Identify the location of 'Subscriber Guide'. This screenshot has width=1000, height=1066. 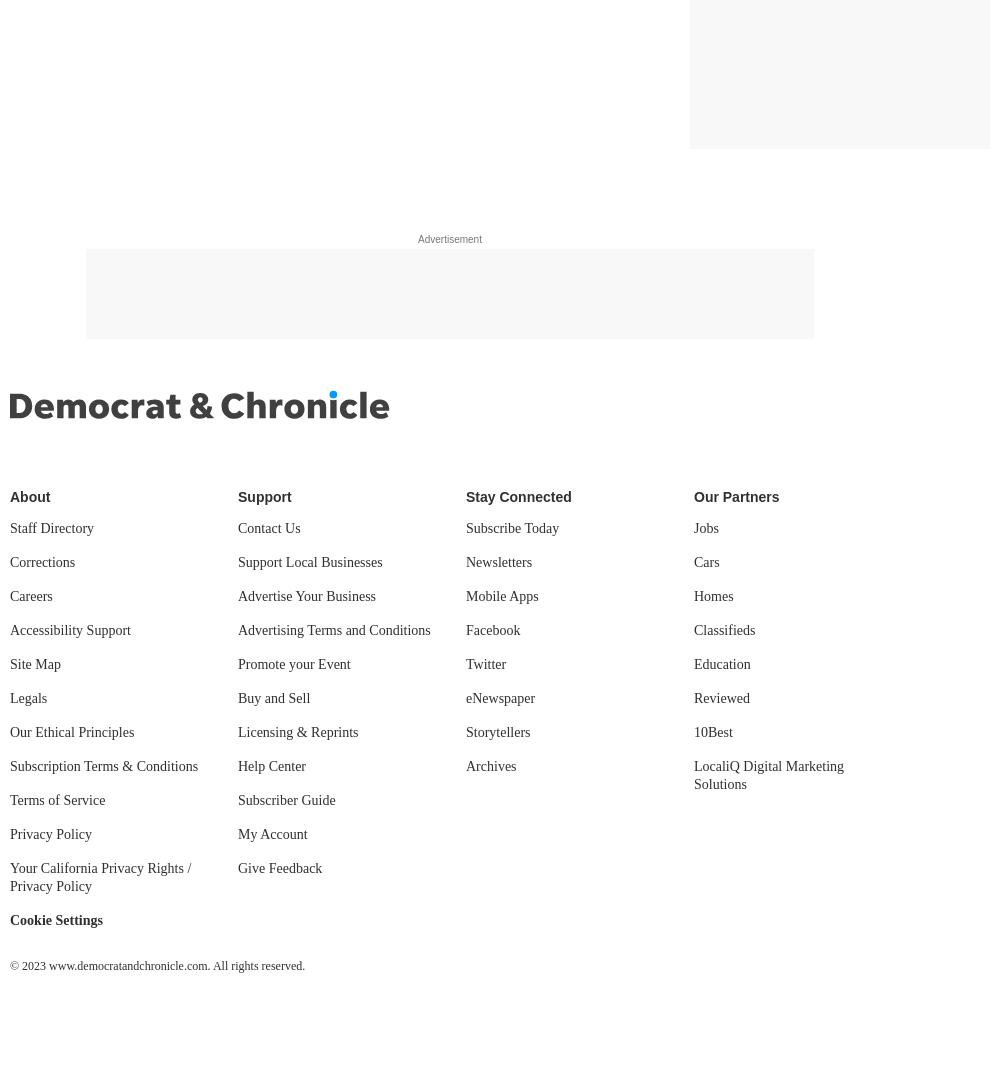
(286, 800).